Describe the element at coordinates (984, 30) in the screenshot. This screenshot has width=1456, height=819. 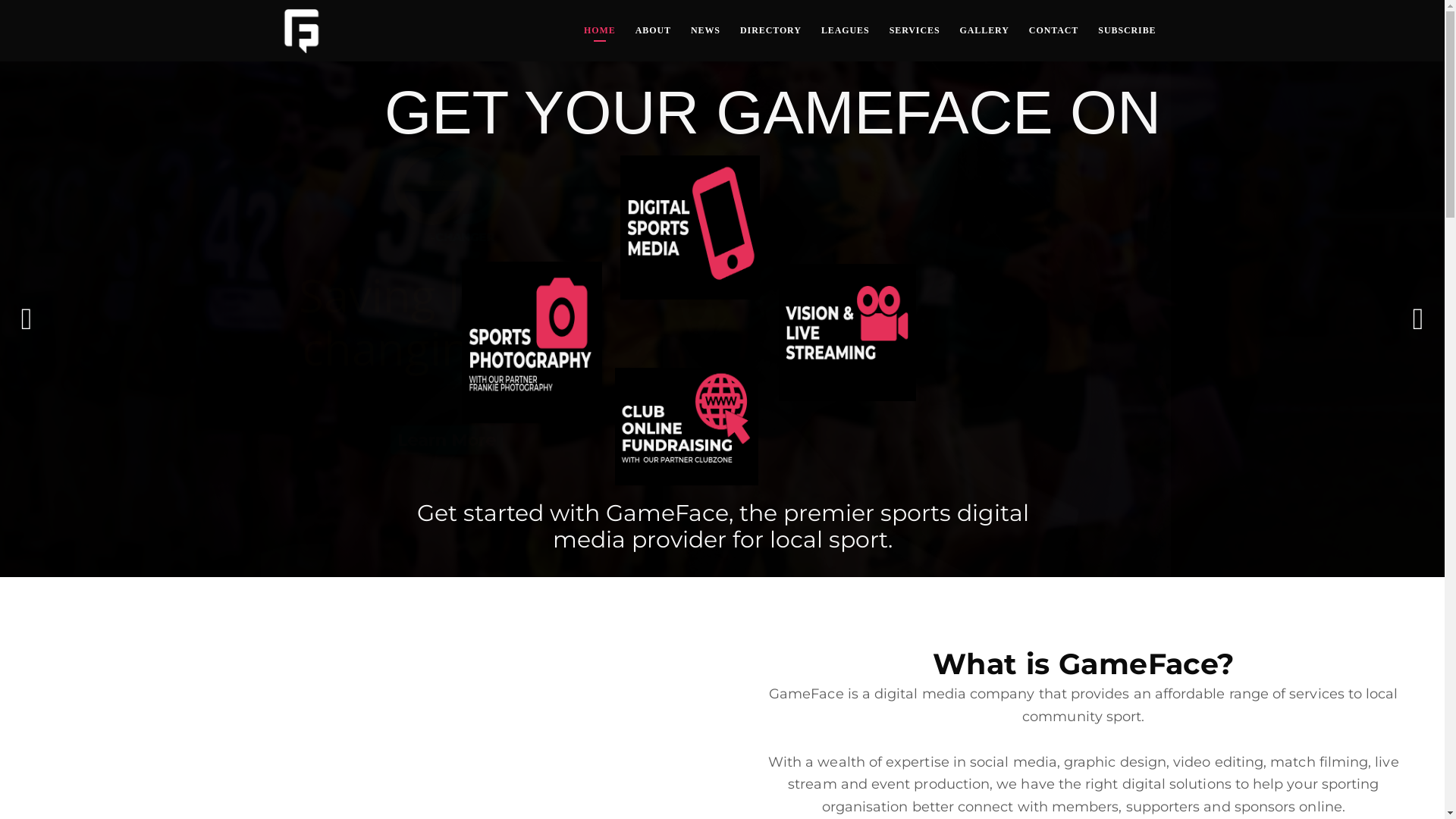
I see `'GALLERY'` at that location.